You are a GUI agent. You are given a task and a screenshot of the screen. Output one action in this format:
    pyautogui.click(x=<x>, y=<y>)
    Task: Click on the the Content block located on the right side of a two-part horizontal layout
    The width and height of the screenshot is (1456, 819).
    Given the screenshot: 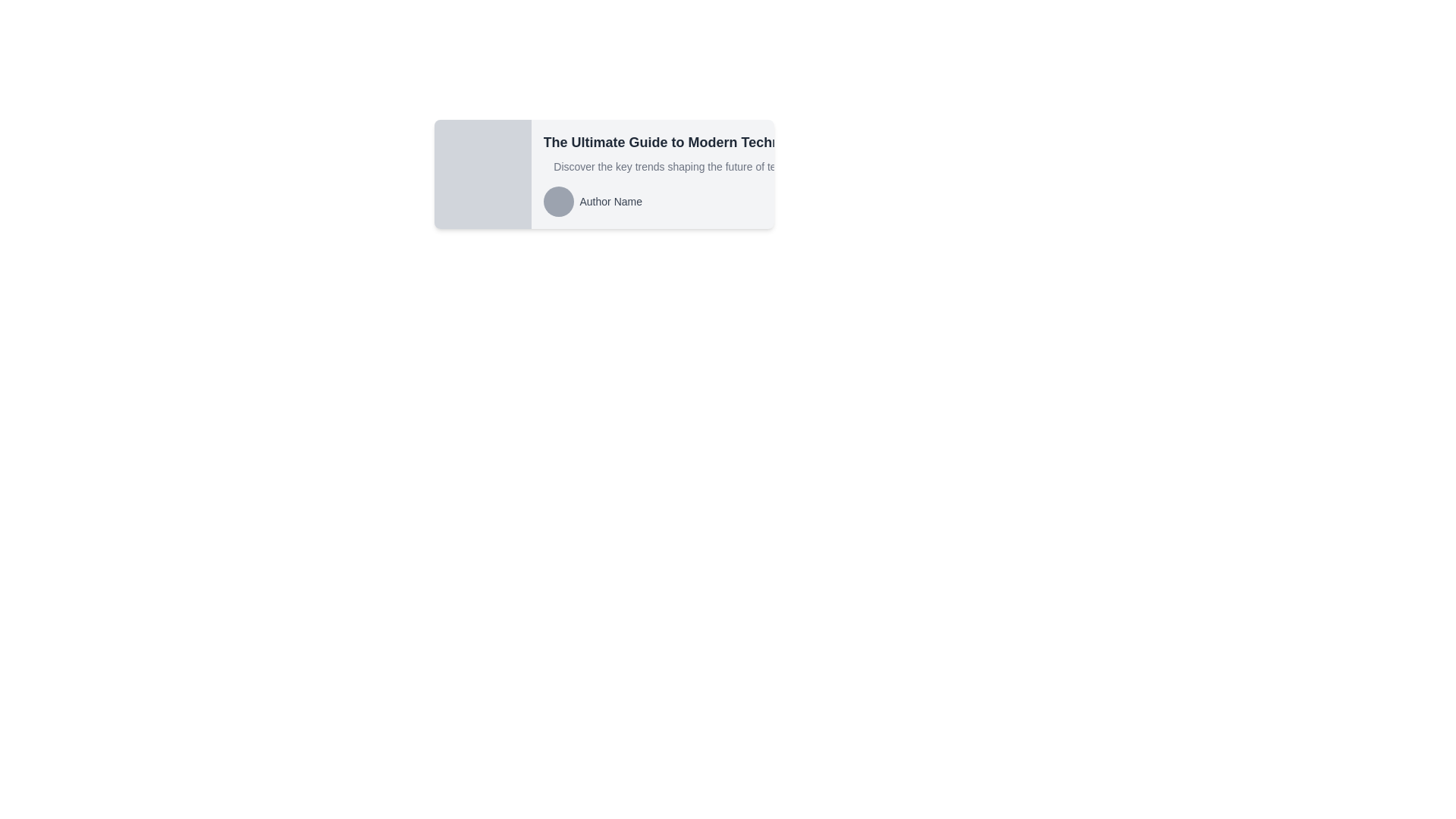 What is the action you would take?
    pyautogui.click(x=711, y=174)
    